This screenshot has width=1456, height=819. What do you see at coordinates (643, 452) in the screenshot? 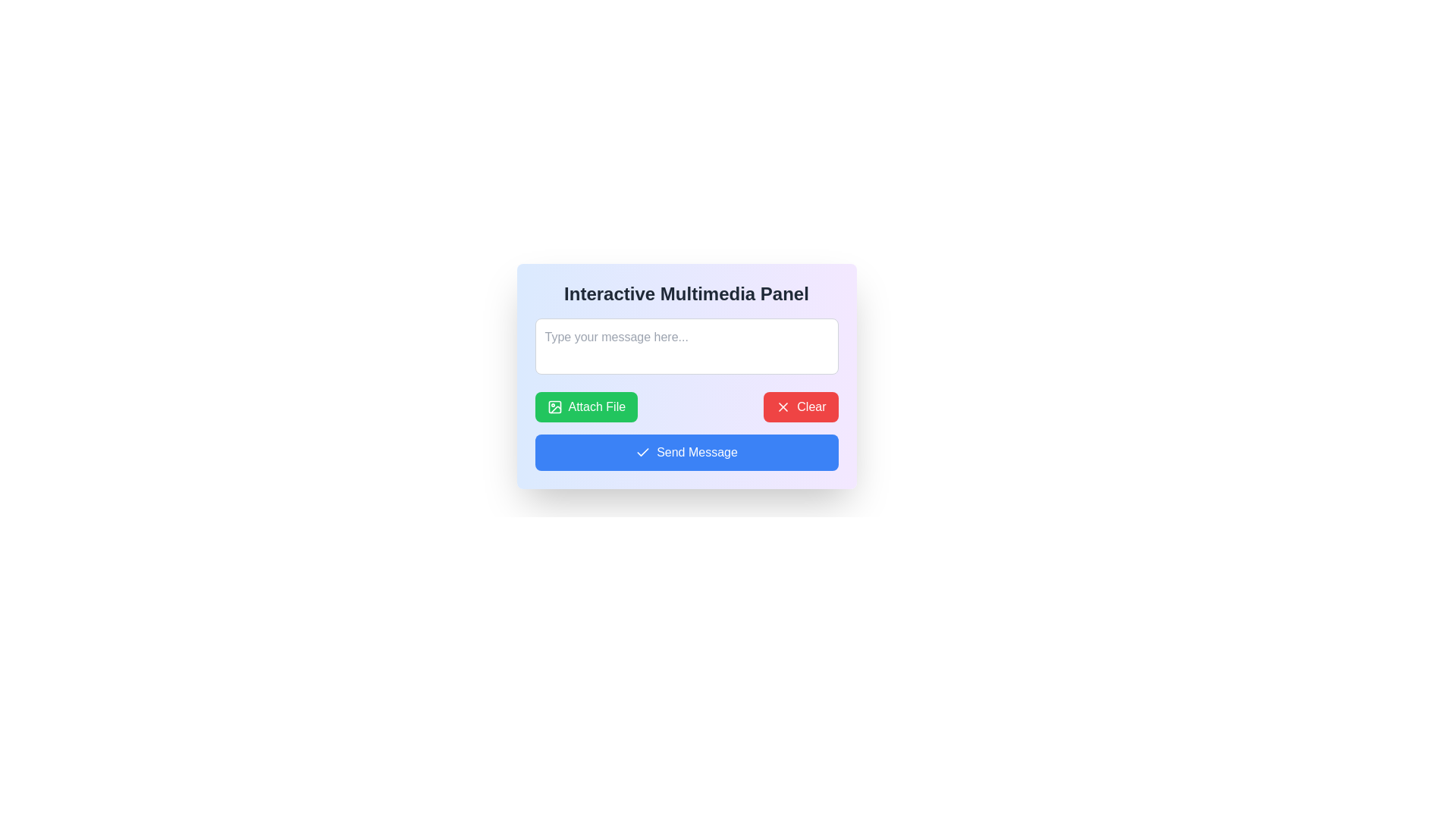
I see `the 'Send Message' button that contains the checkmark icon to send the message` at bounding box center [643, 452].